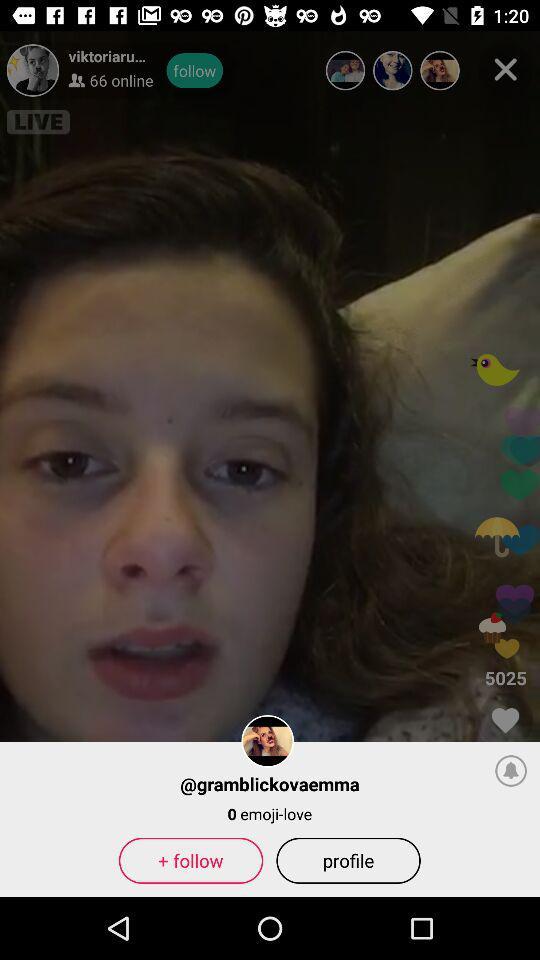 Image resolution: width=540 pixels, height=960 pixels. Describe the element at coordinates (511, 769) in the screenshot. I see `switch notification option` at that location.